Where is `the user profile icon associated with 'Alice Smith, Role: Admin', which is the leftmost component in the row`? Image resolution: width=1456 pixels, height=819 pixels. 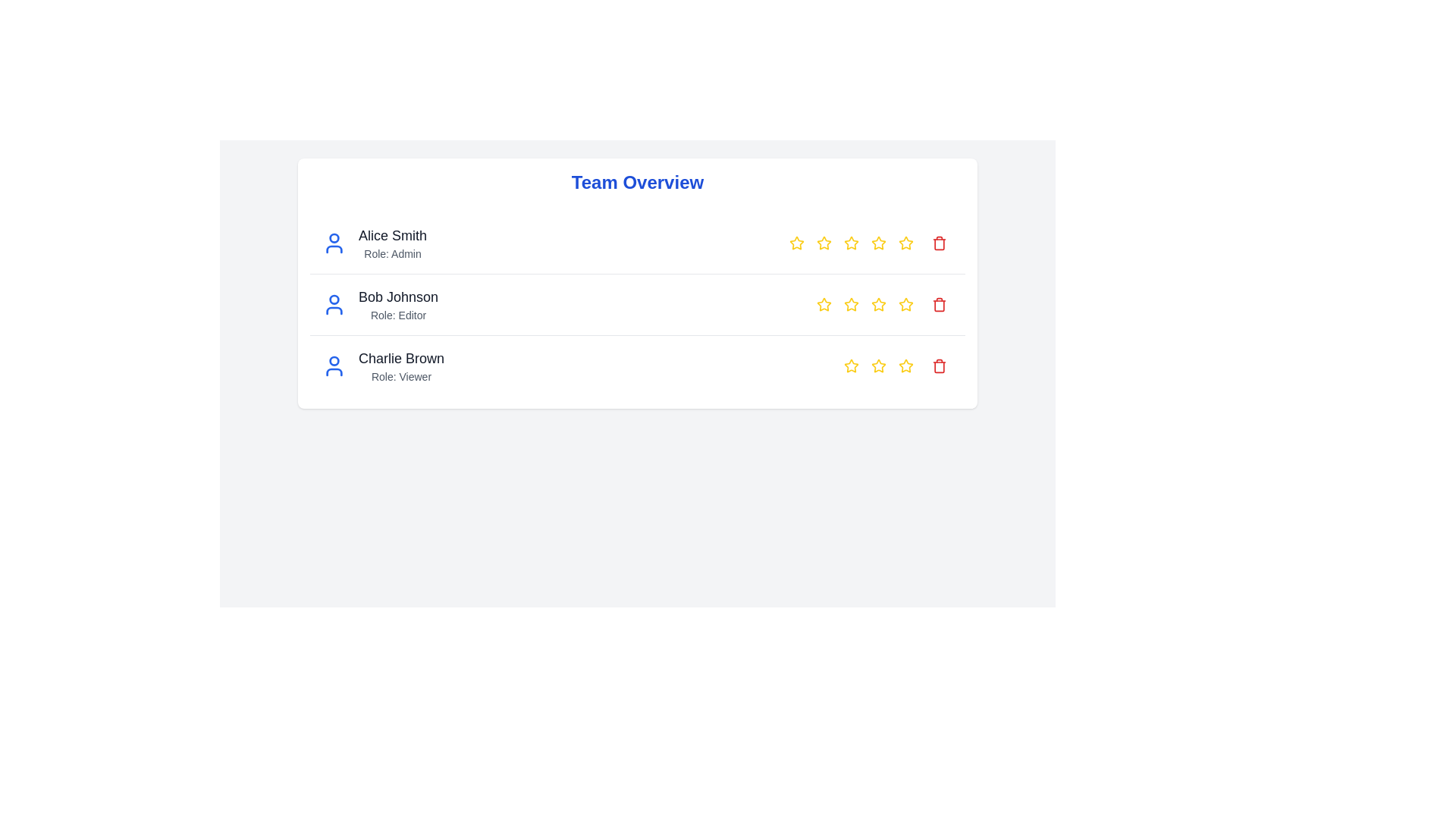 the user profile icon associated with 'Alice Smith, Role: Admin', which is the leftmost component in the row is located at coordinates (334, 242).